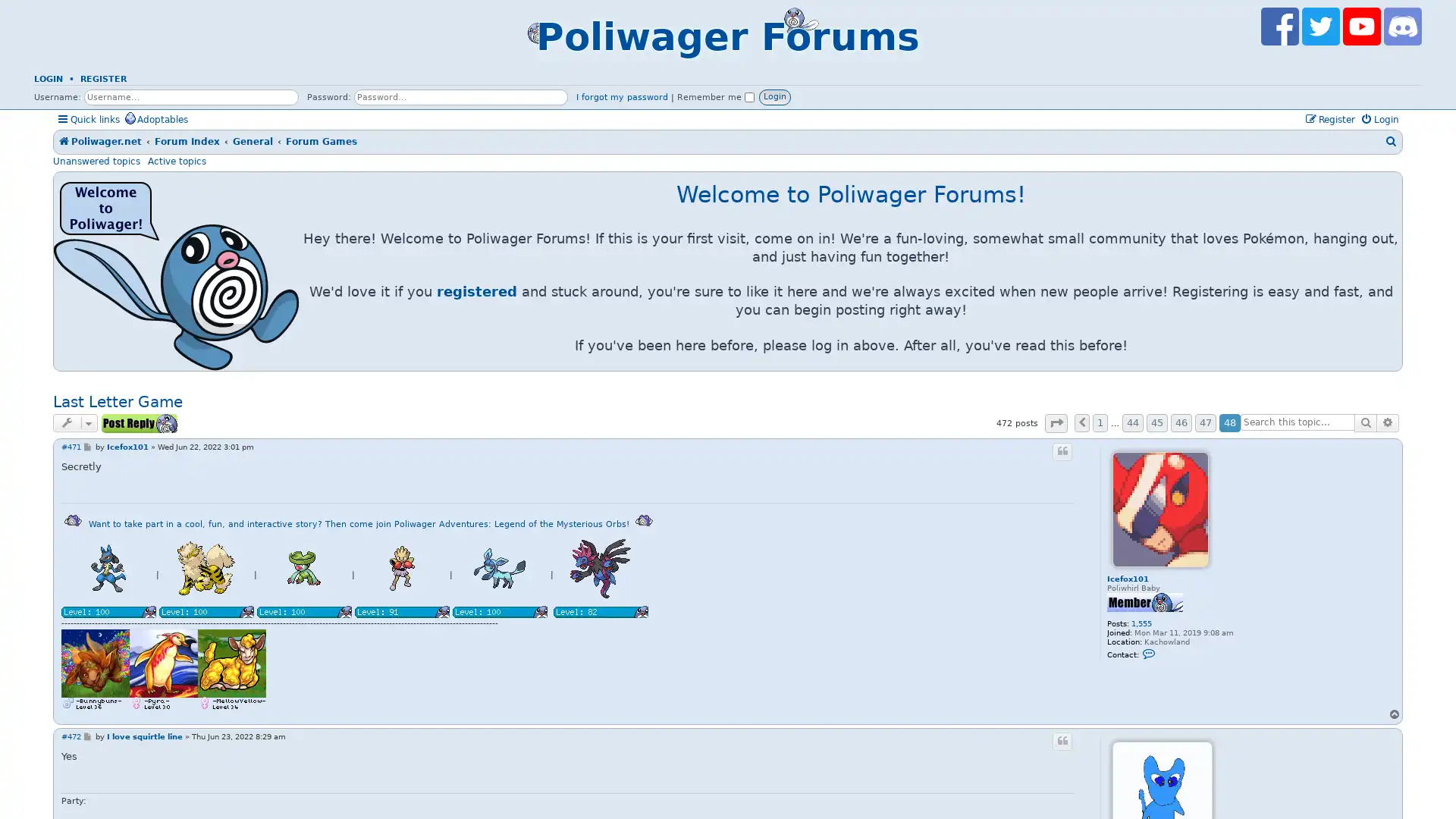 Image resolution: width=1456 pixels, height=819 pixels. I want to click on Search, so click(1365, 422).